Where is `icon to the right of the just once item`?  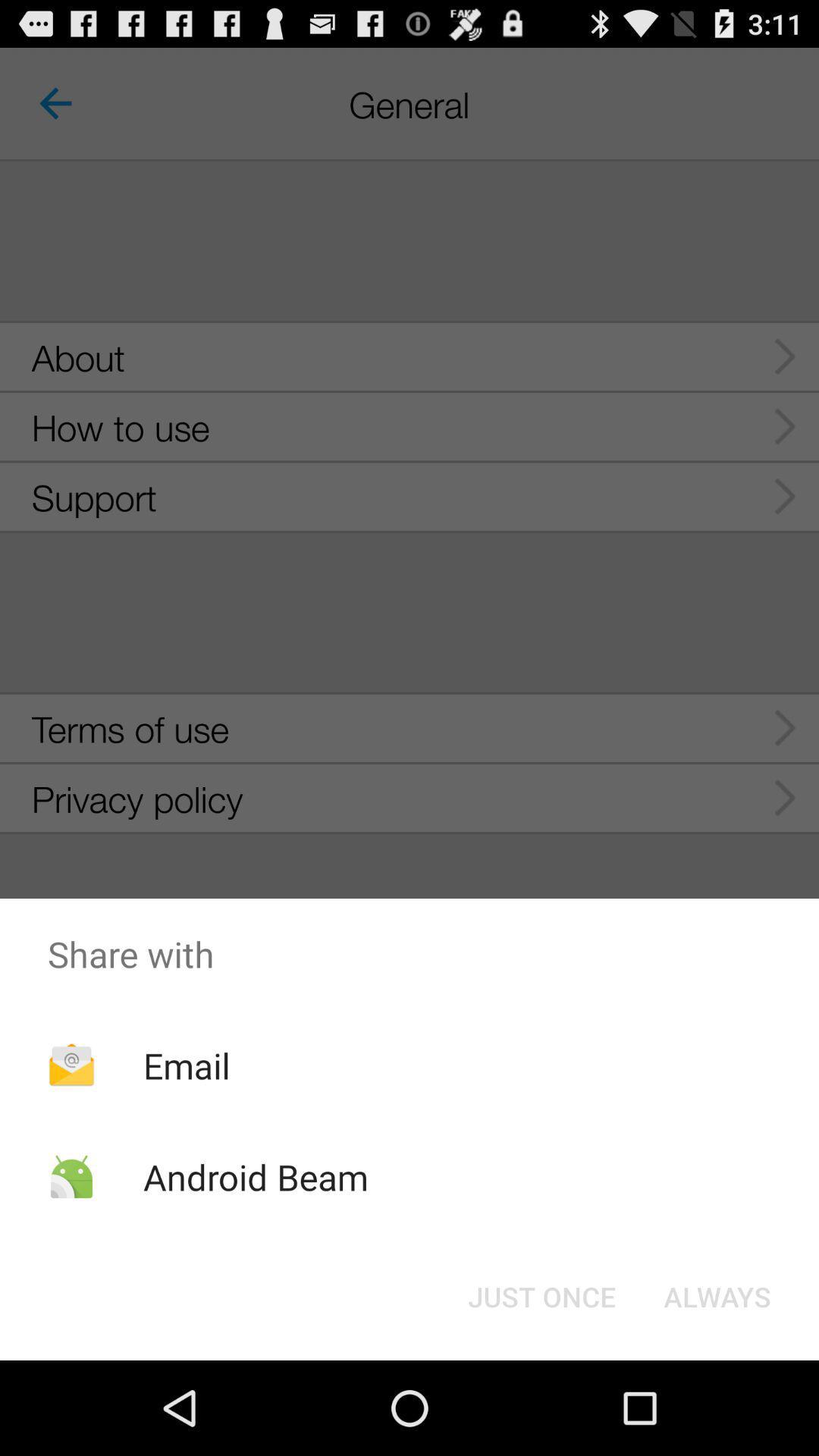
icon to the right of the just once item is located at coordinates (717, 1295).